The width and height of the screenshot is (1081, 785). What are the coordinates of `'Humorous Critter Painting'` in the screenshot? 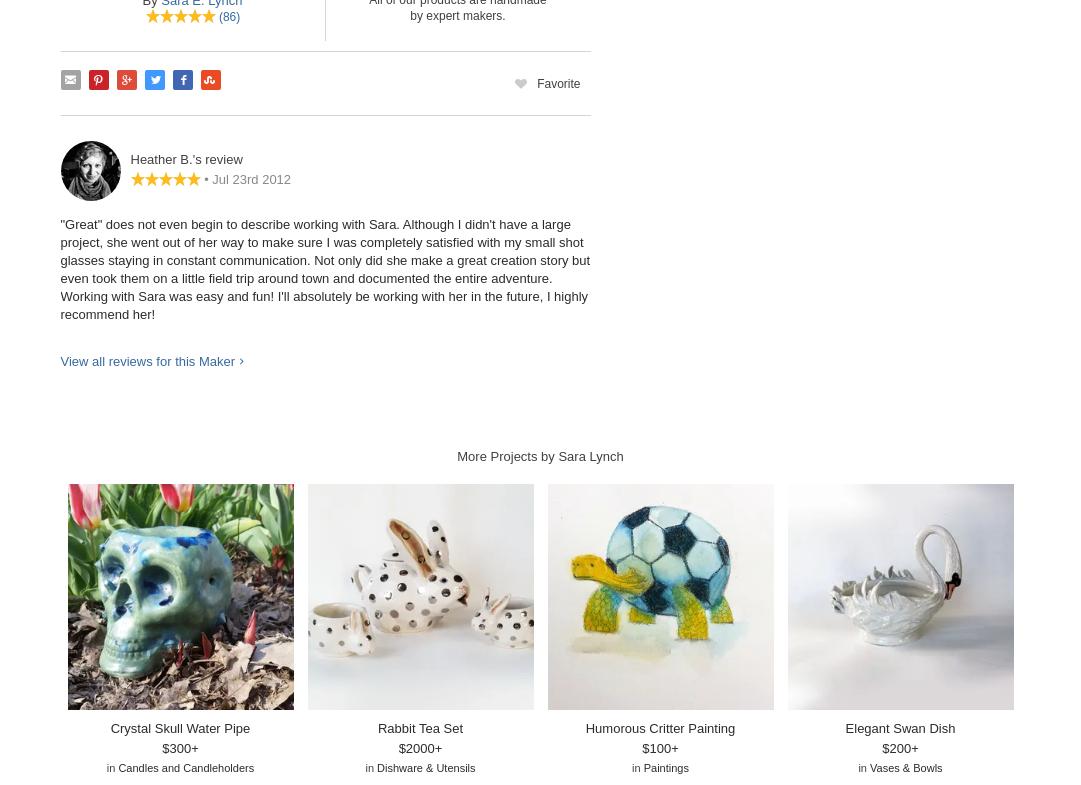 It's located at (658, 727).